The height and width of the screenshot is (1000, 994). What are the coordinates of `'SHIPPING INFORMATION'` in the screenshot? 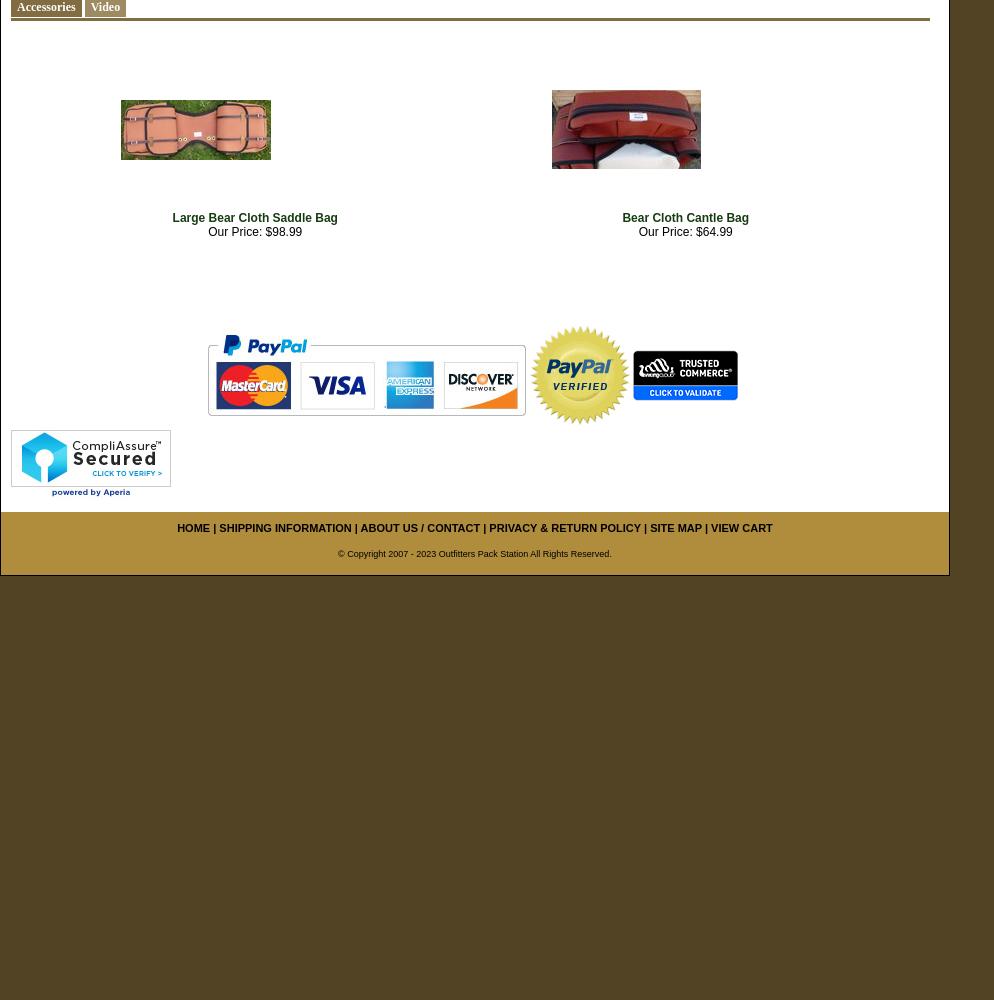 It's located at (284, 528).